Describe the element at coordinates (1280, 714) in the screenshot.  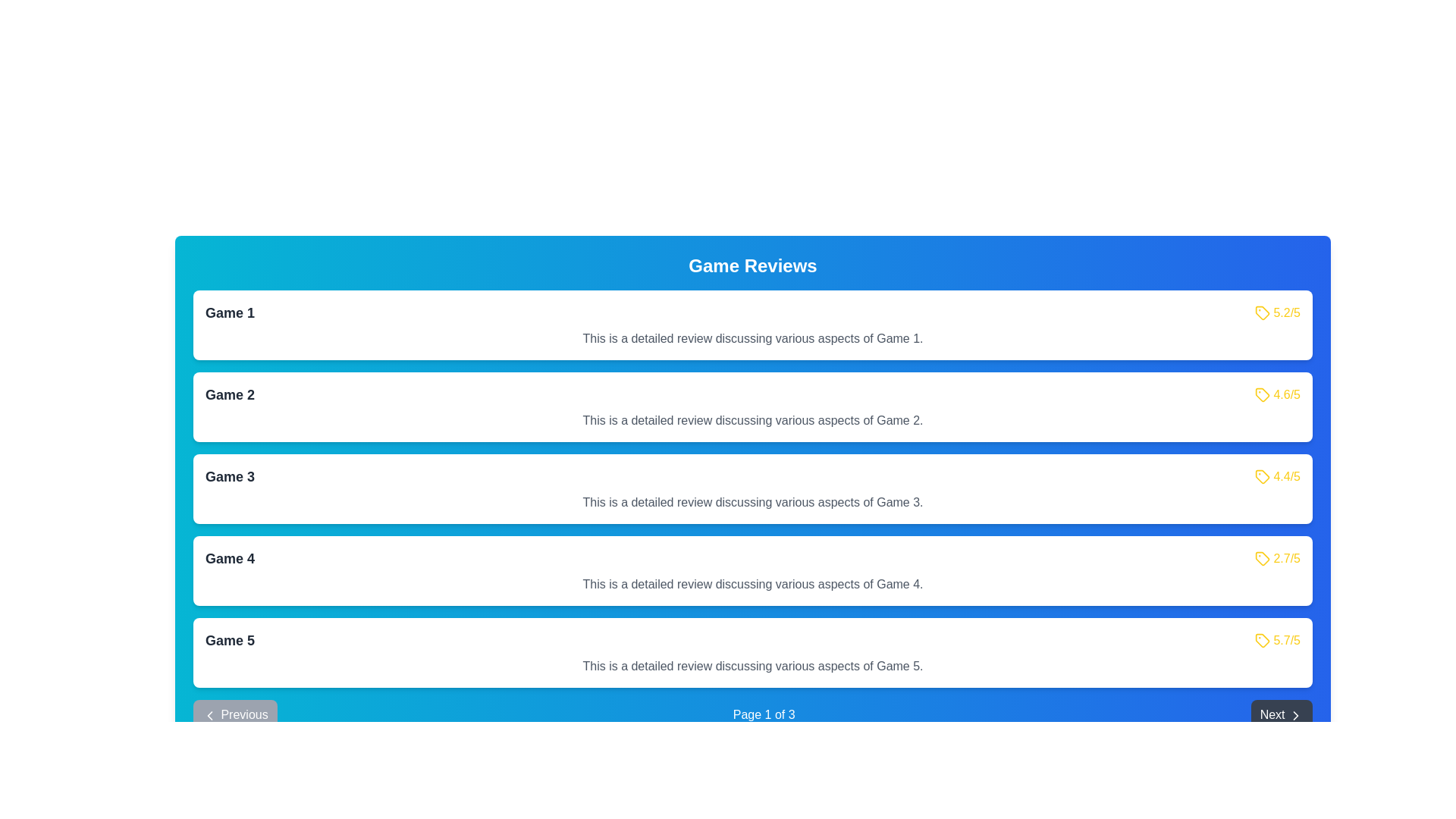
I see `the 'Next' button located at the far right end of the footer navigation bar` at that location.